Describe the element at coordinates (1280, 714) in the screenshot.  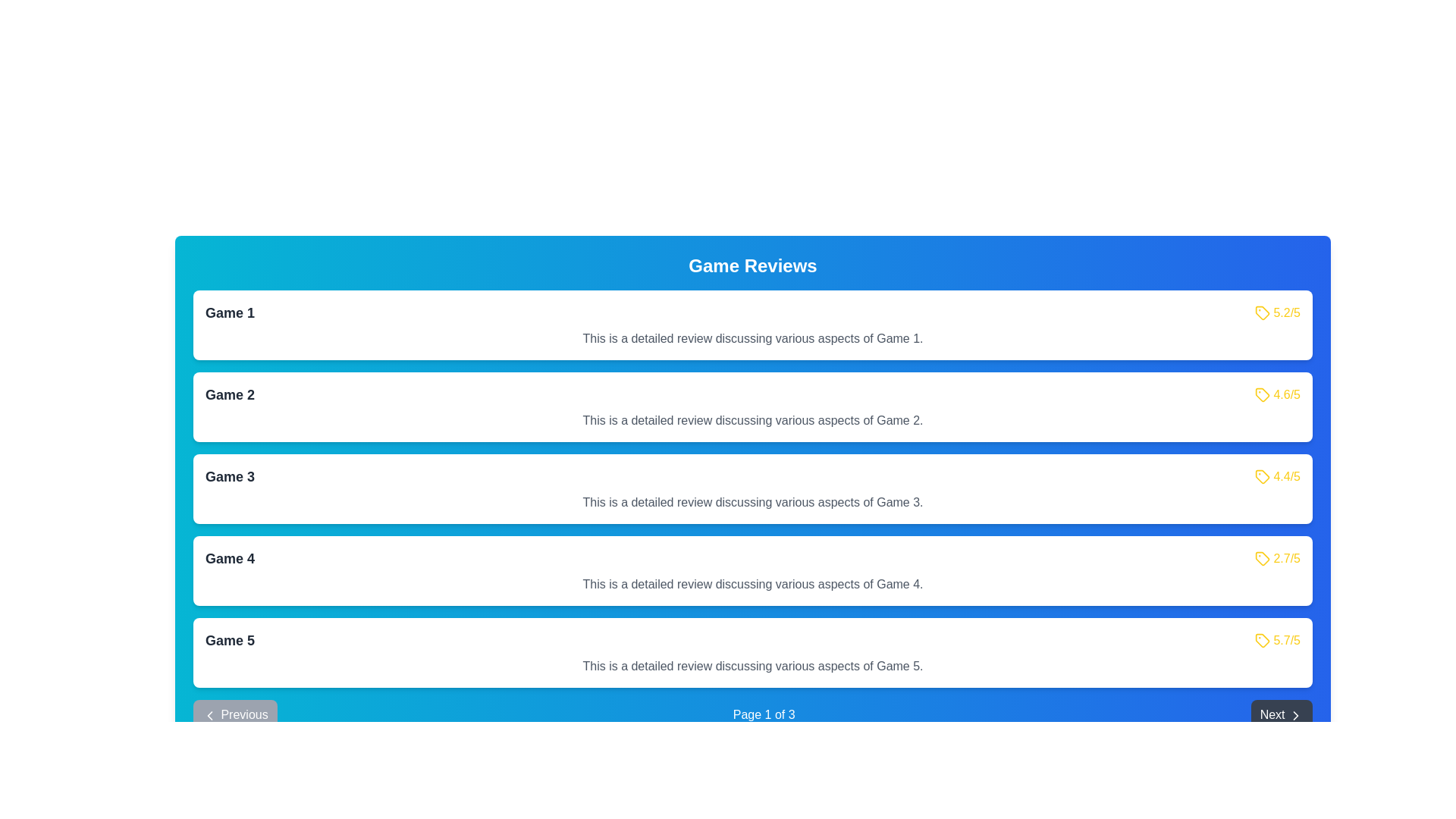
I see `the 'Next' button located at the far right end of the footer navigation bar` at that location.